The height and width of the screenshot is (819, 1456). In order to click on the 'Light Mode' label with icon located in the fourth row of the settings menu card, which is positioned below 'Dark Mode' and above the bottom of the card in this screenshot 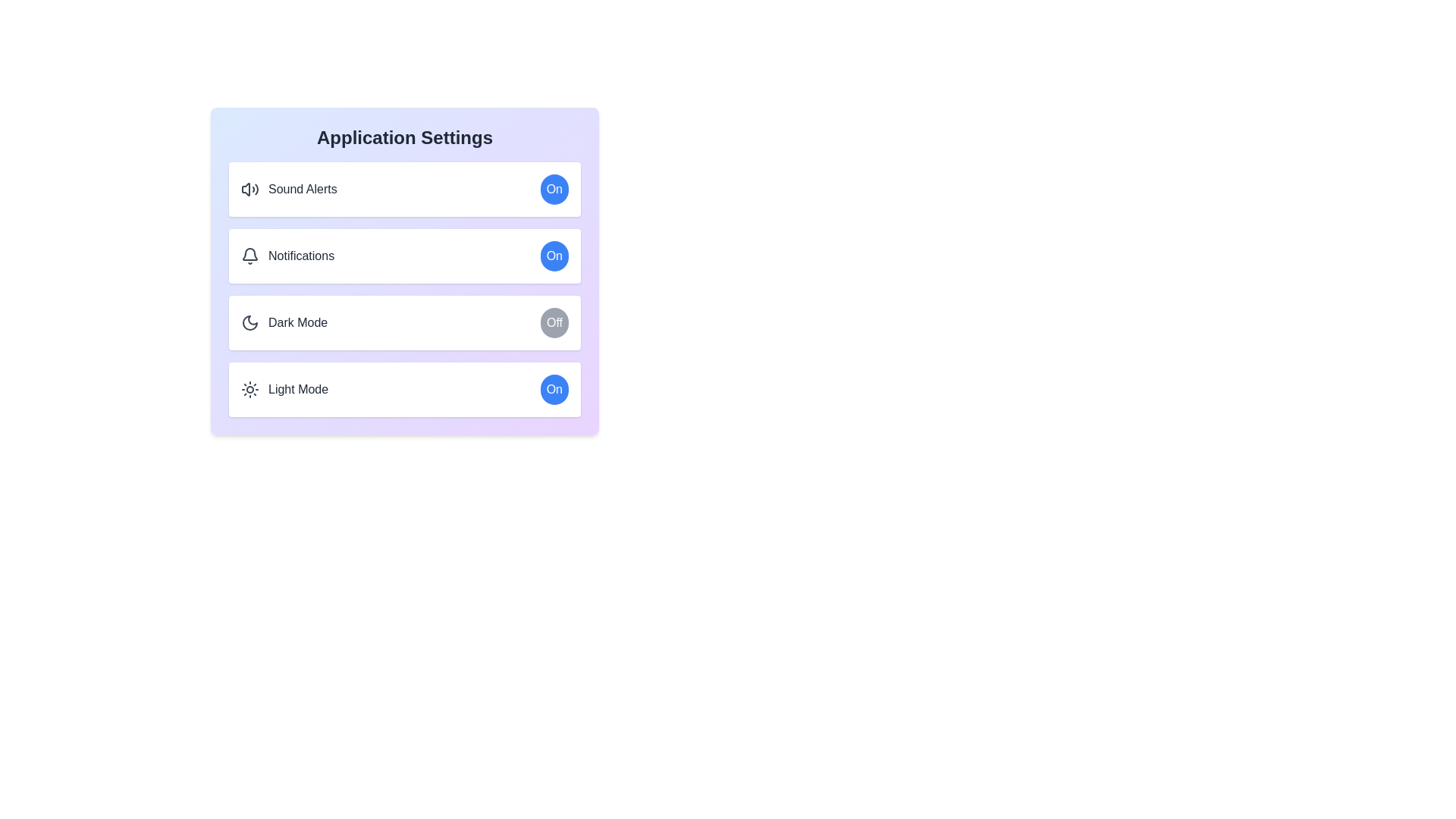, I will do `click(284, 388)`.